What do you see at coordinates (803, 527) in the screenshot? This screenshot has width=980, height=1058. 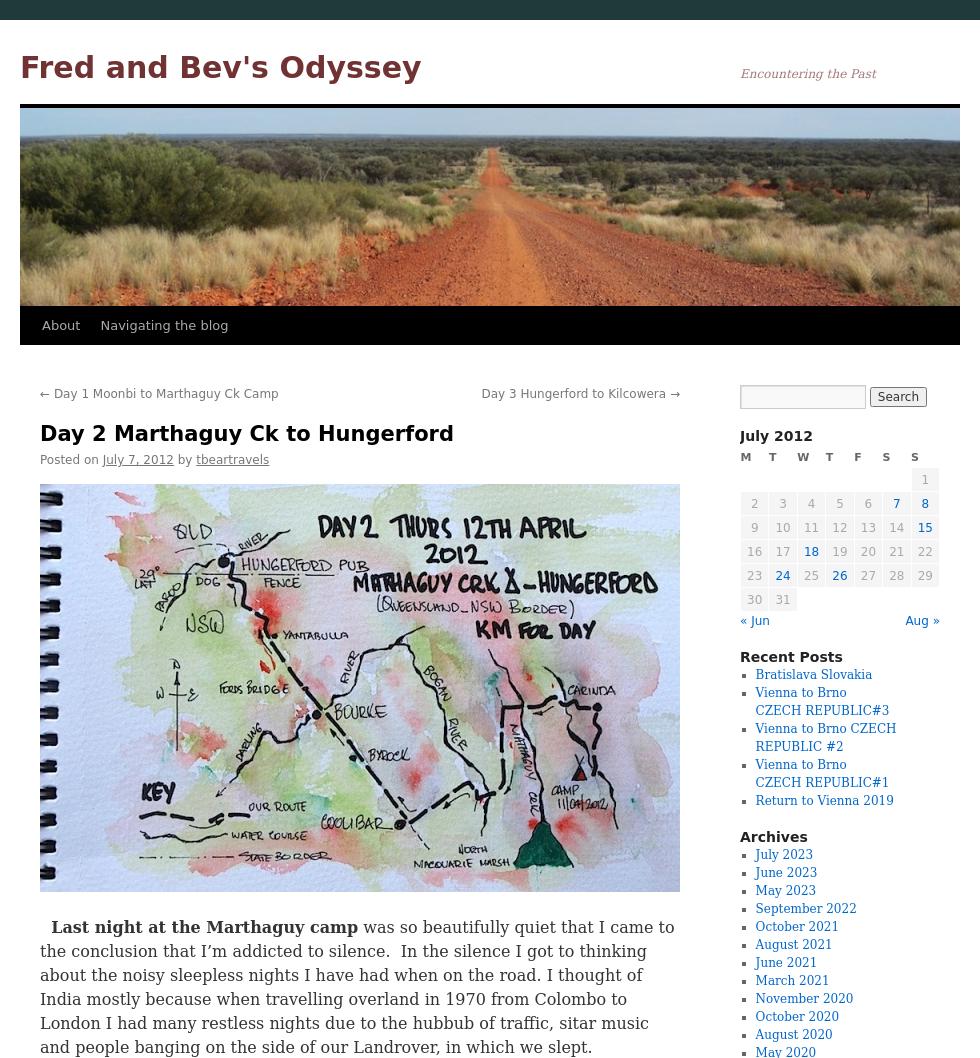 I see `'11'` at bounding box center [803, 527].